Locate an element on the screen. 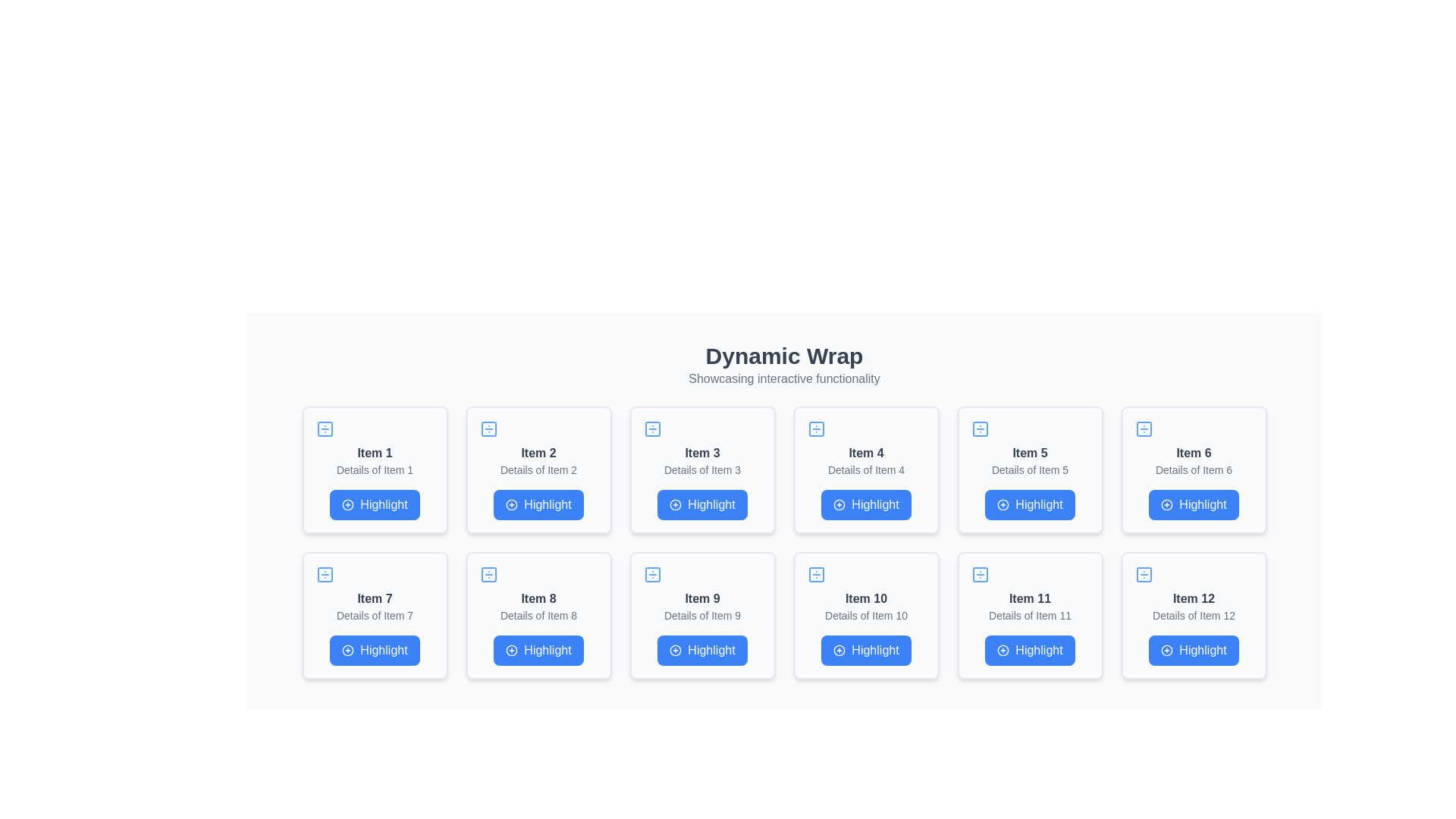 The height and width of the screenshot is (819, 1456). the blue circular icon with a plus symbol inside the button labeled 'Highlight' under the card titled 'Item 2' in the second position of the grid layout is located at coordinates (512, 505).